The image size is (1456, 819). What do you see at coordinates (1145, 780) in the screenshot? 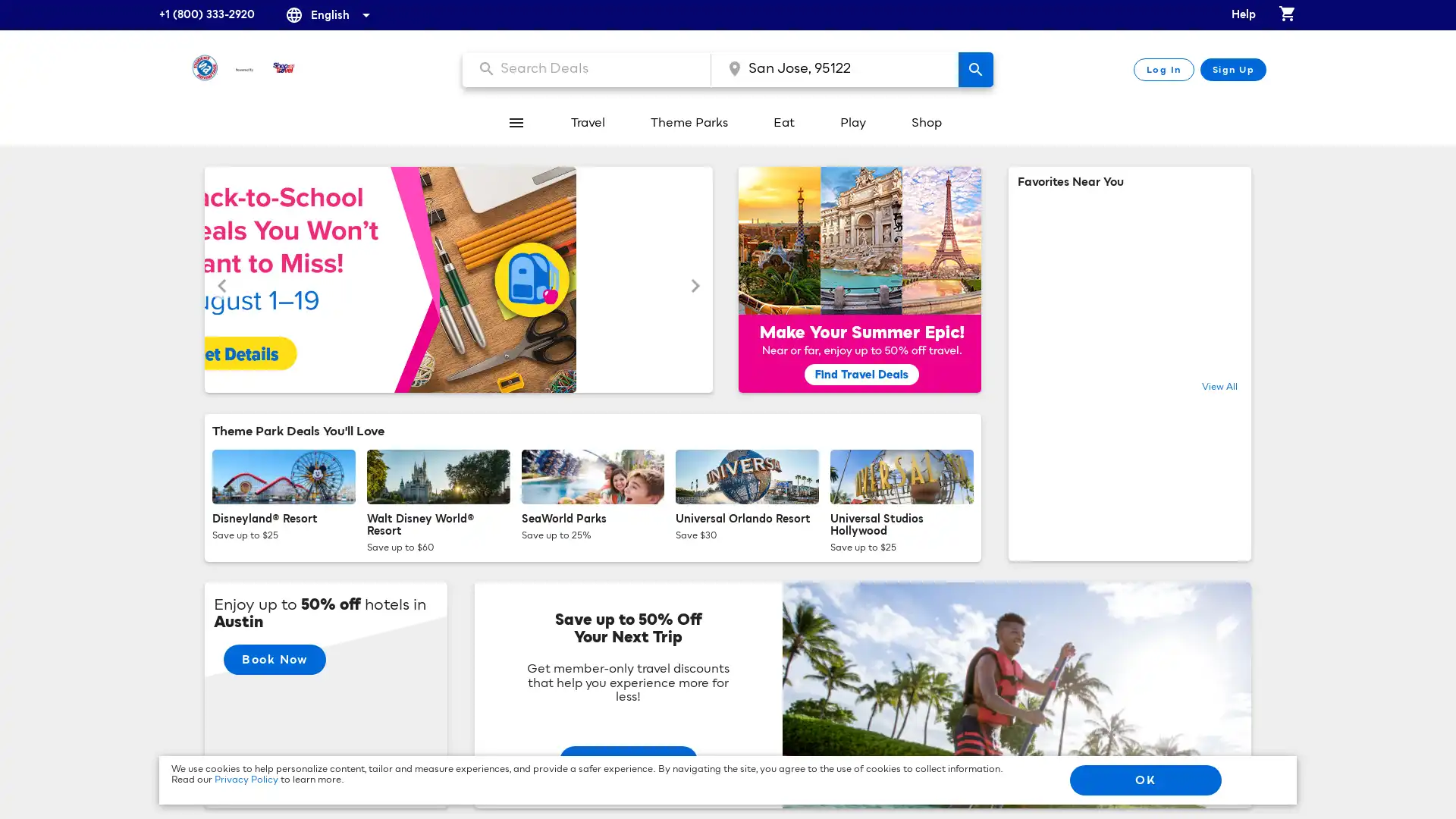
I see `OK` at bounding box center [1145, 780].